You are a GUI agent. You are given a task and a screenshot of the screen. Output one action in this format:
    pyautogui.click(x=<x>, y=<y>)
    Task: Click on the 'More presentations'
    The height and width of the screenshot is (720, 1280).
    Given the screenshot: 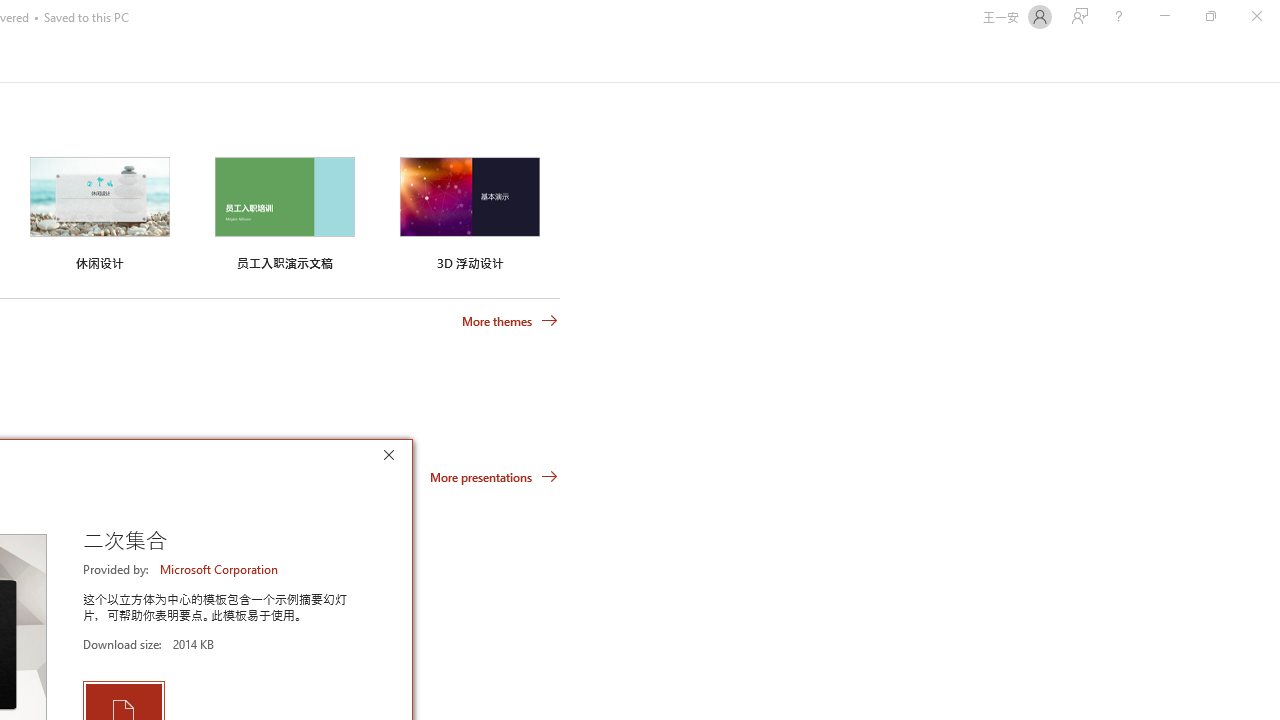 What is the action you would take?
    pyautogui.click(x=494, y=477)
    